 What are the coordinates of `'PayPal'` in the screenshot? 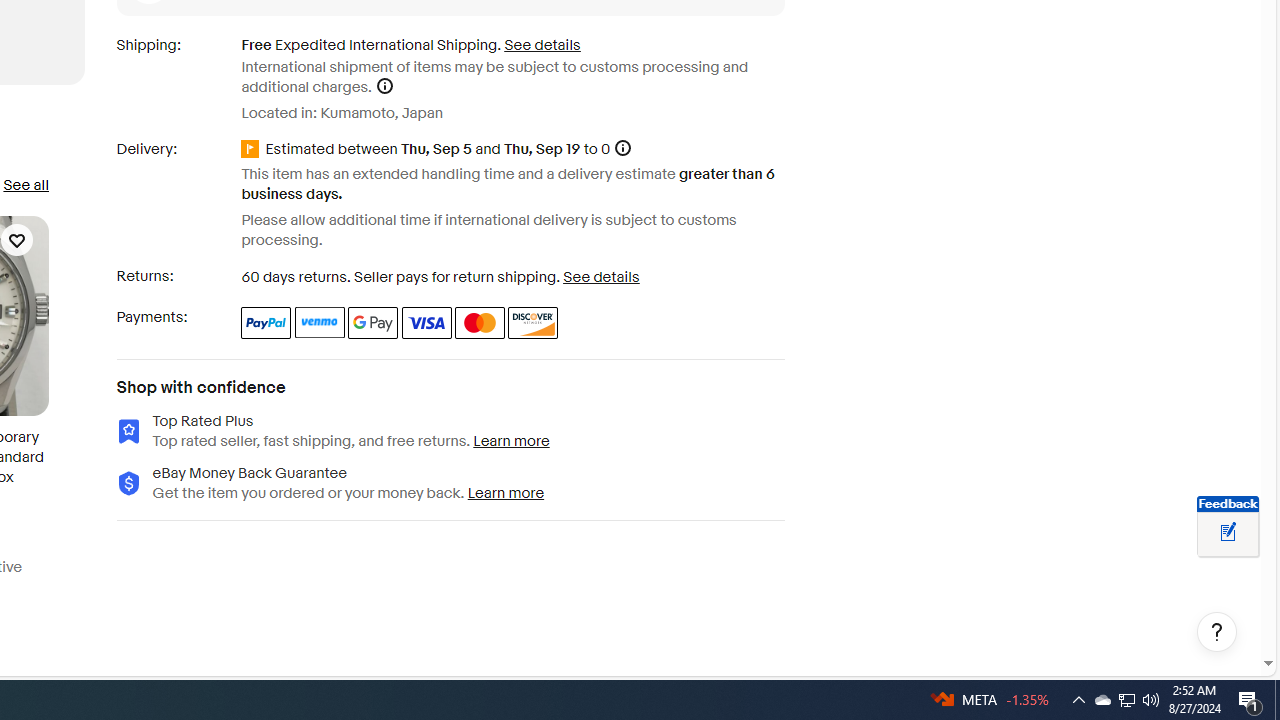 It's located at (265, 321).